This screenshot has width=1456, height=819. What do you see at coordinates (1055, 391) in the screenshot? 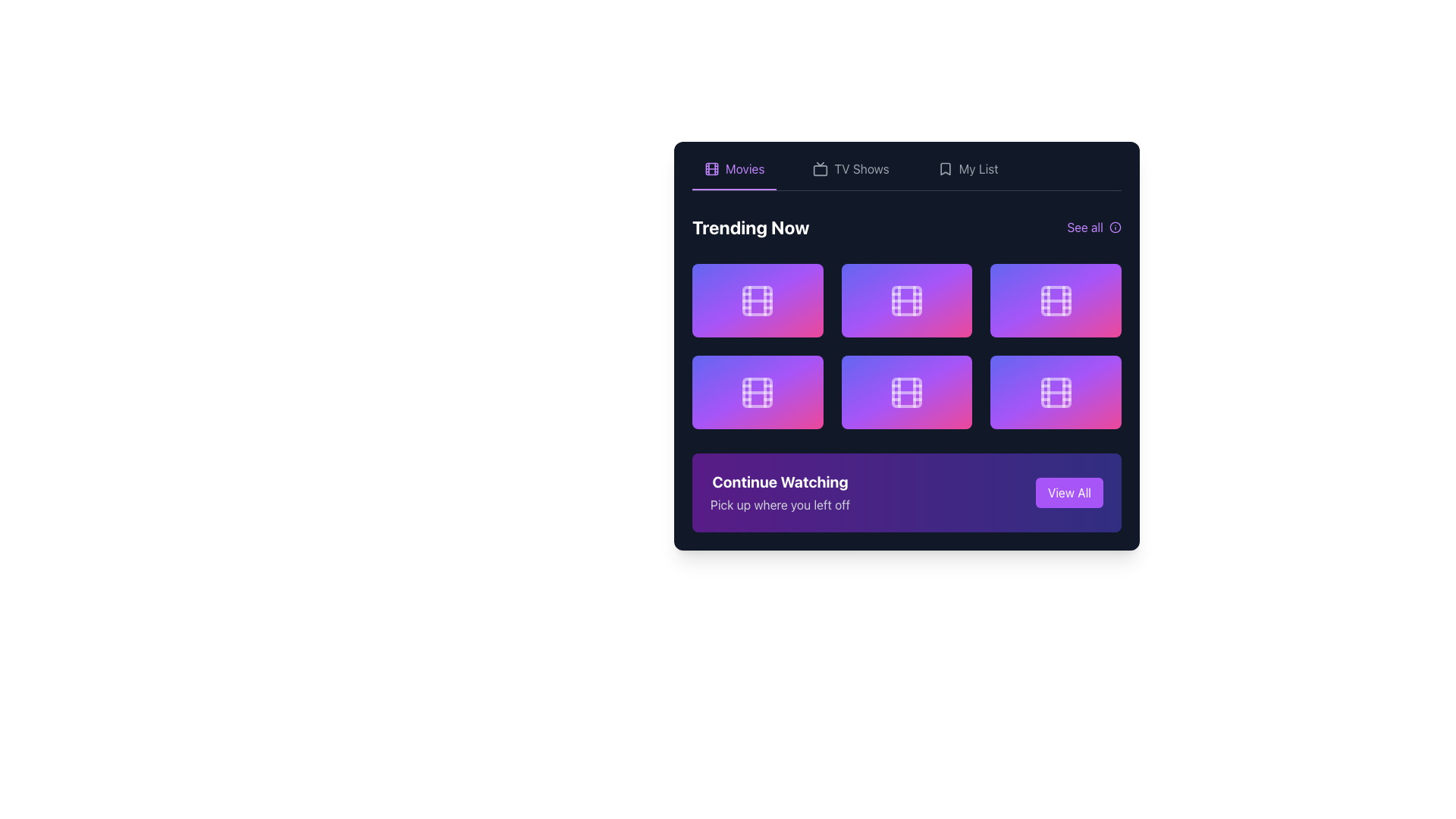
I see `the top-left rounded rectangle graphical element within the SVG icon of the 'Trending Now' card, which enhances the visual representation of the card's video content` at bounding box center [1055, 391].